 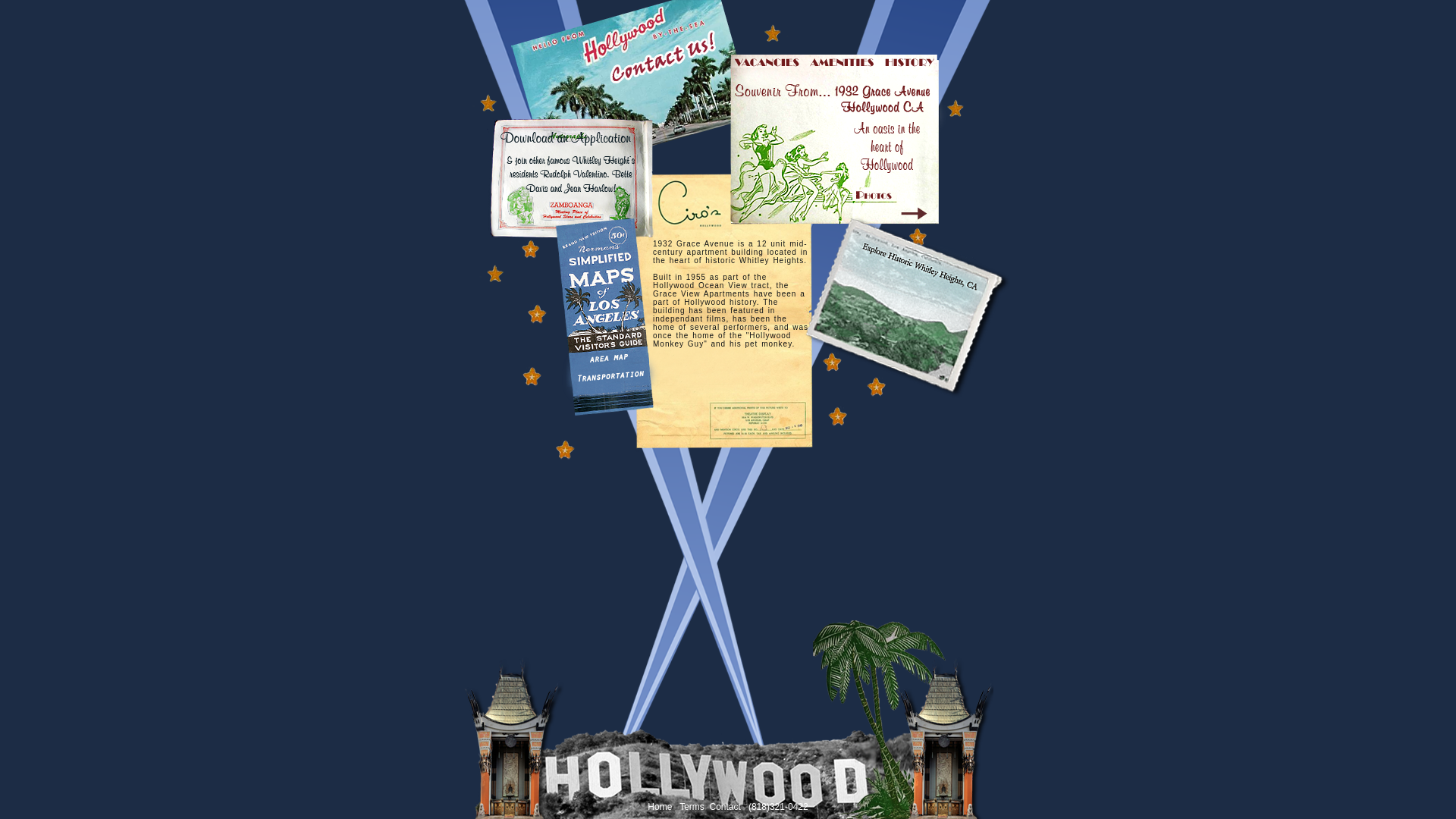 I want to click on 'Terms', so click(x=691, y=806).